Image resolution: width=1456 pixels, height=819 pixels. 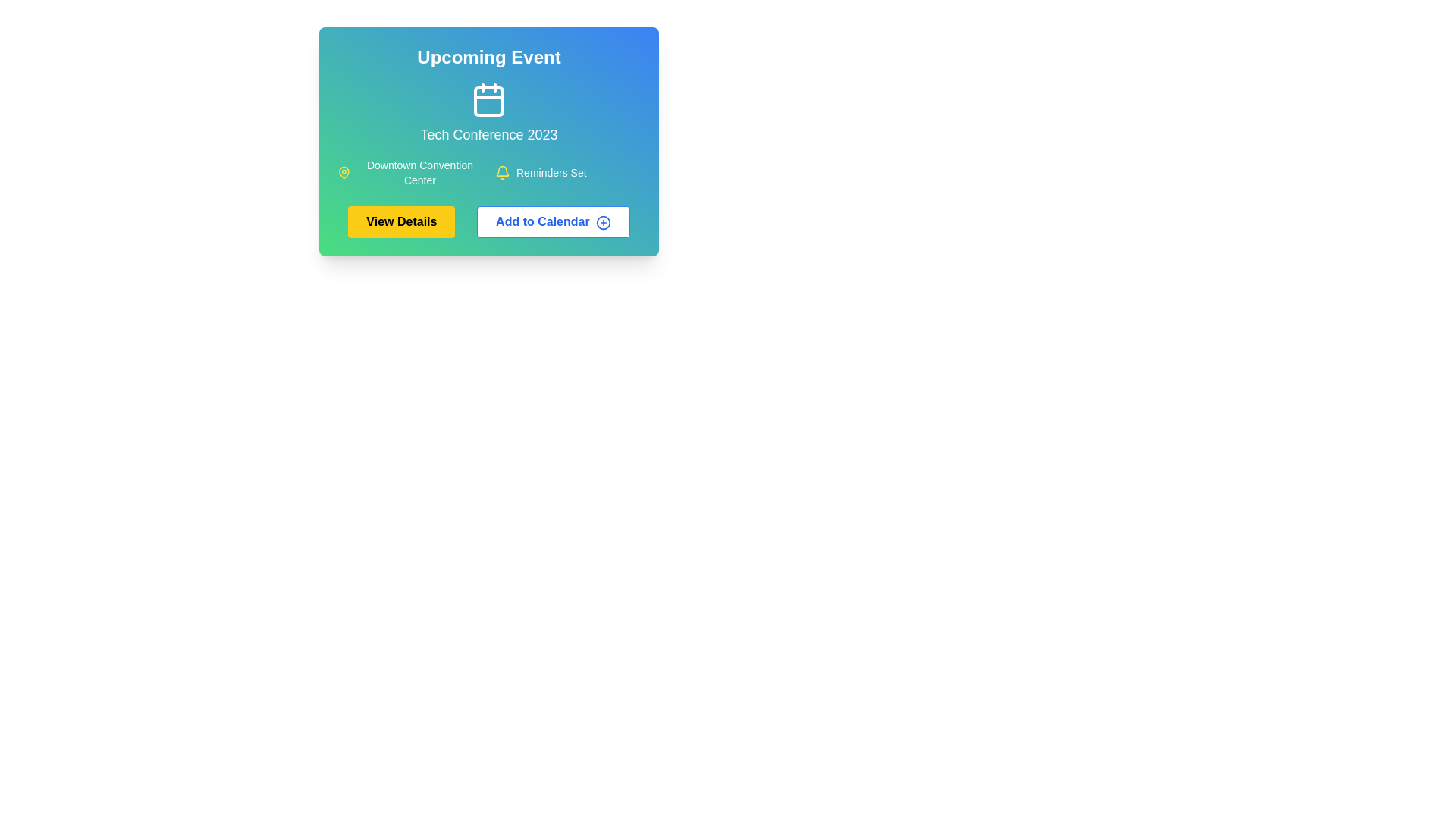 I want to click on the yellow bell-shaped notification icon located to the left of the 'Reminders Set' text, so click(x=502, y=171).